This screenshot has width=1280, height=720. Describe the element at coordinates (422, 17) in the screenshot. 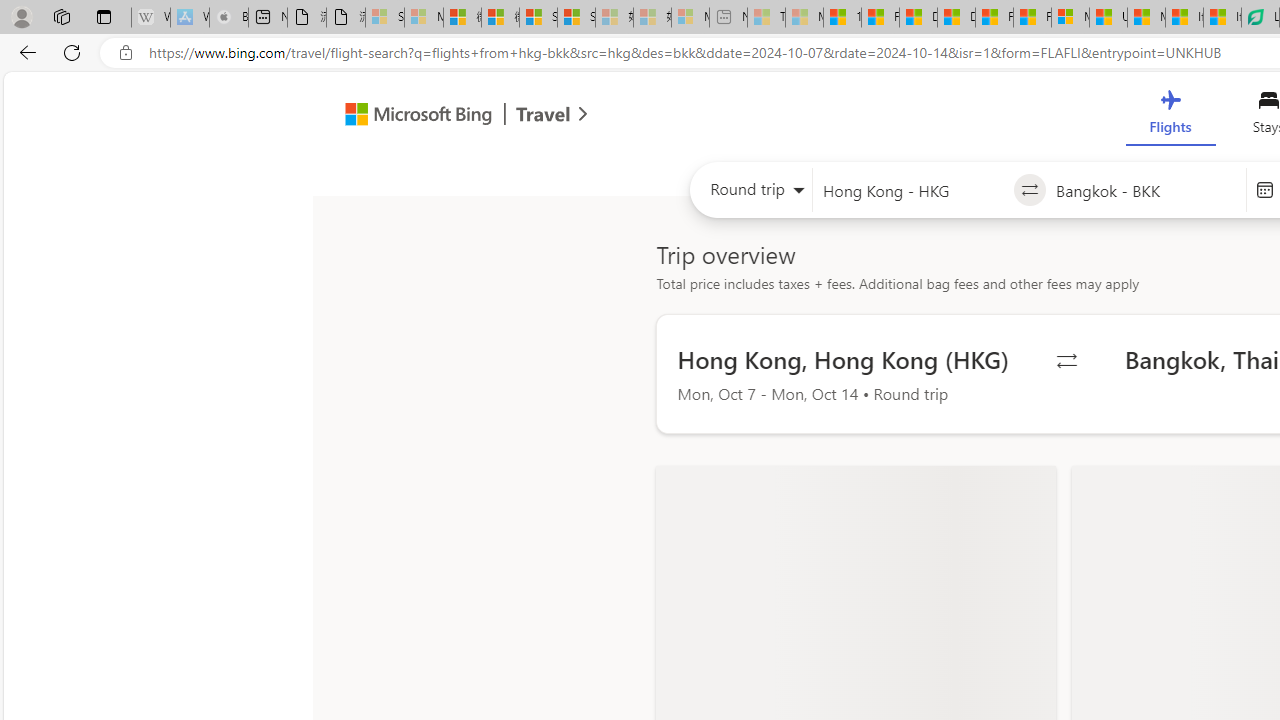

I see `'Microsoft Services Agreement - Sleeping'` at that location.